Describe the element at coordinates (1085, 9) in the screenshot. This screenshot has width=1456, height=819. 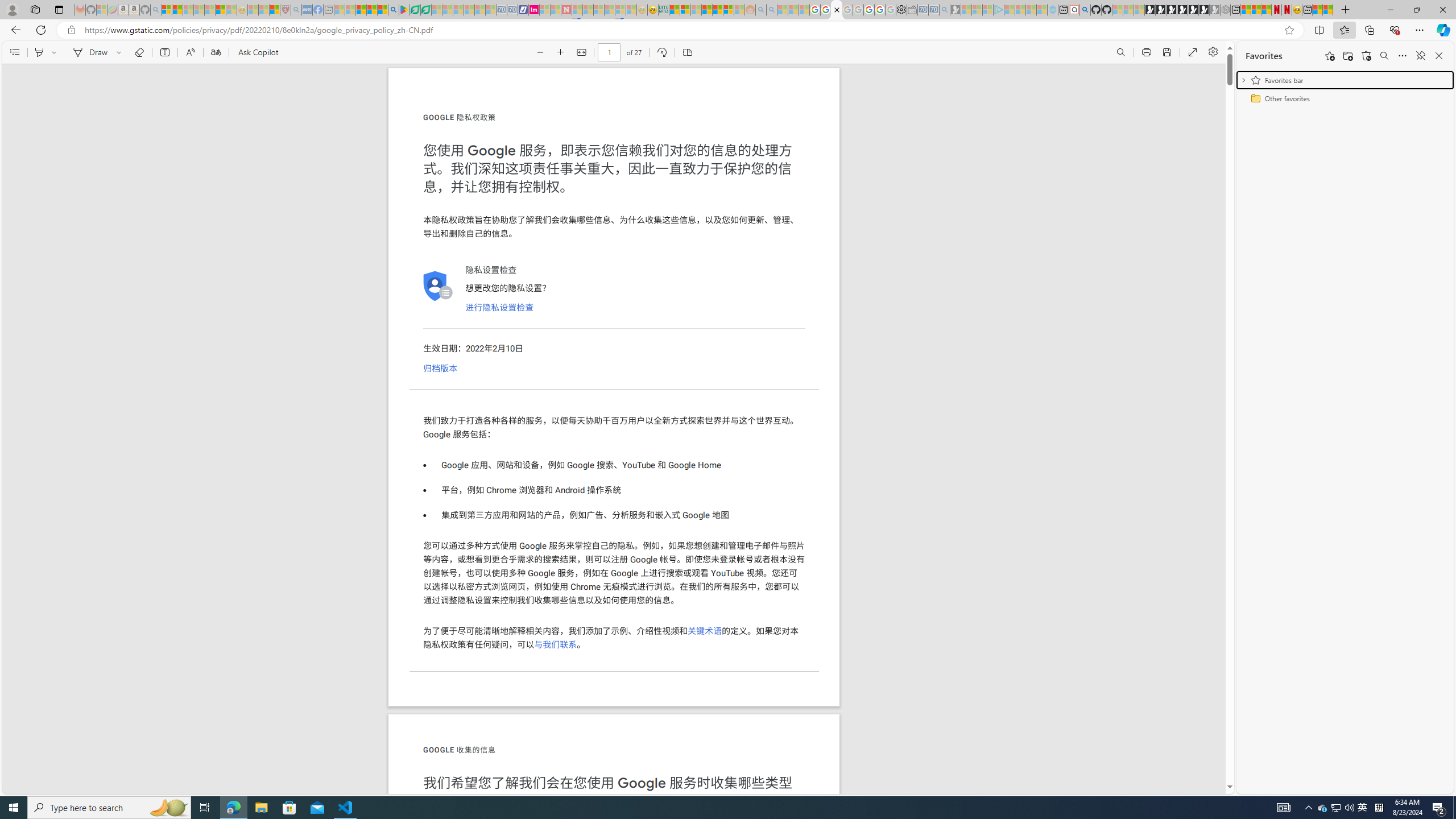
I see `'github - Search'` at that location.